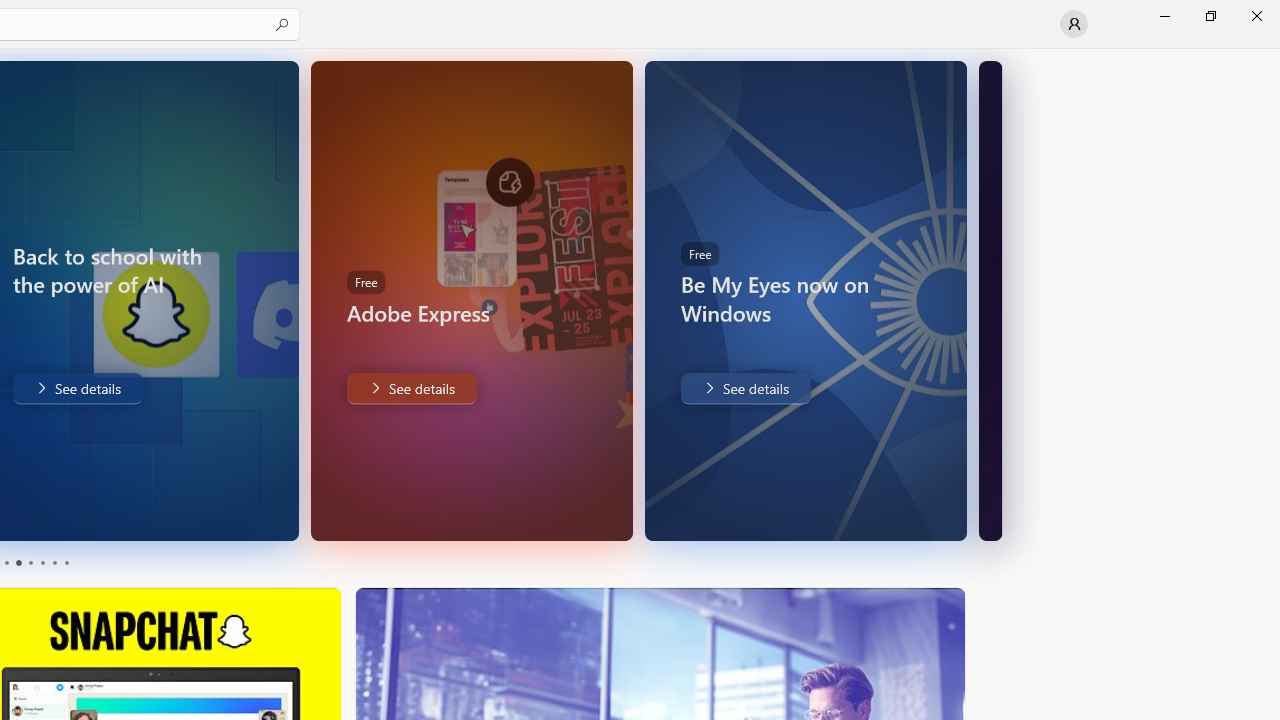 The width and height of the screenshot is (1280, 720). Describe the element at coordinates (35, 563) in the screenshot. I see `'Pager'` at that location.